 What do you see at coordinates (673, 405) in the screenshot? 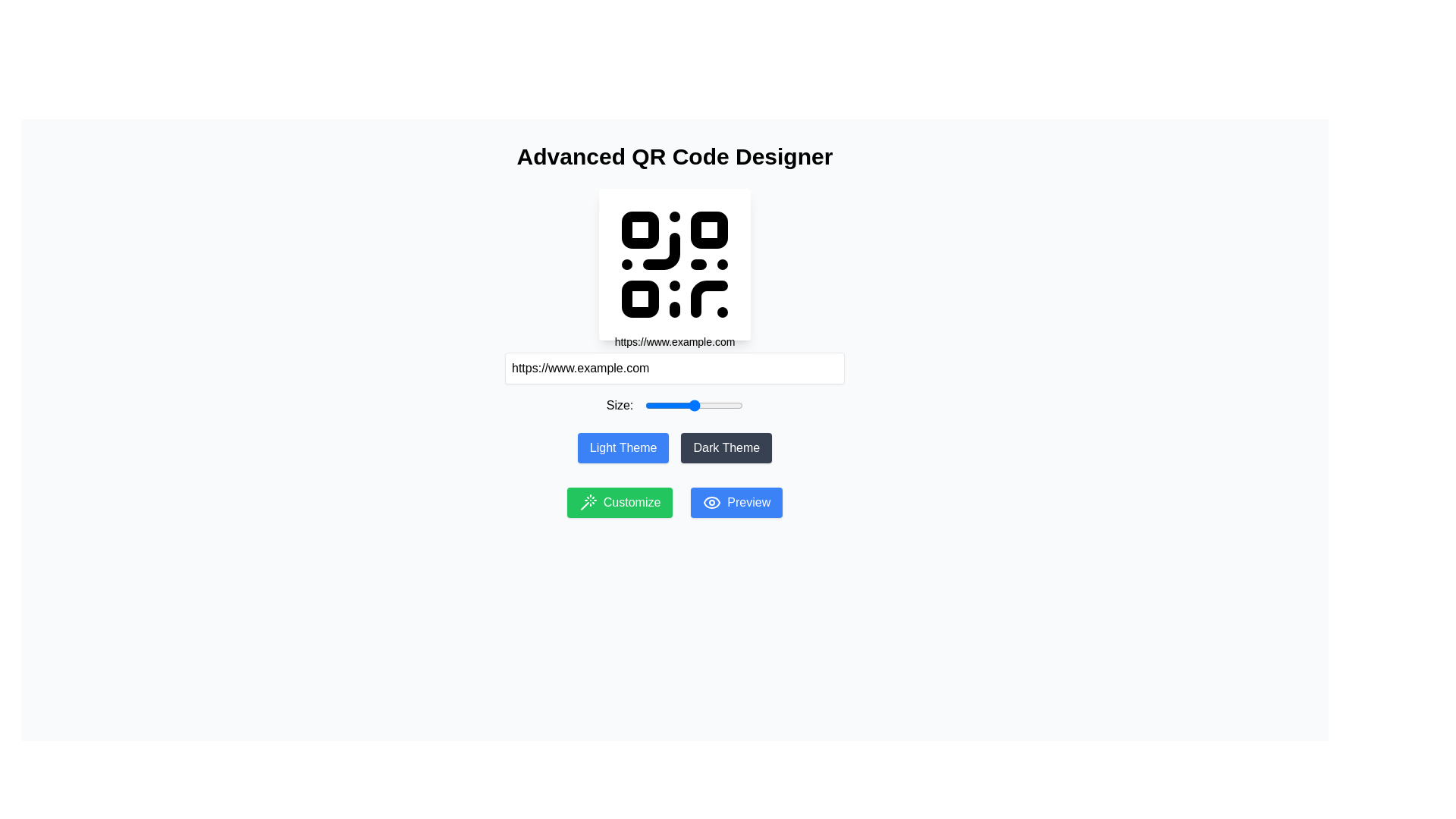
I see `the size` at bounding box center [673, 405].